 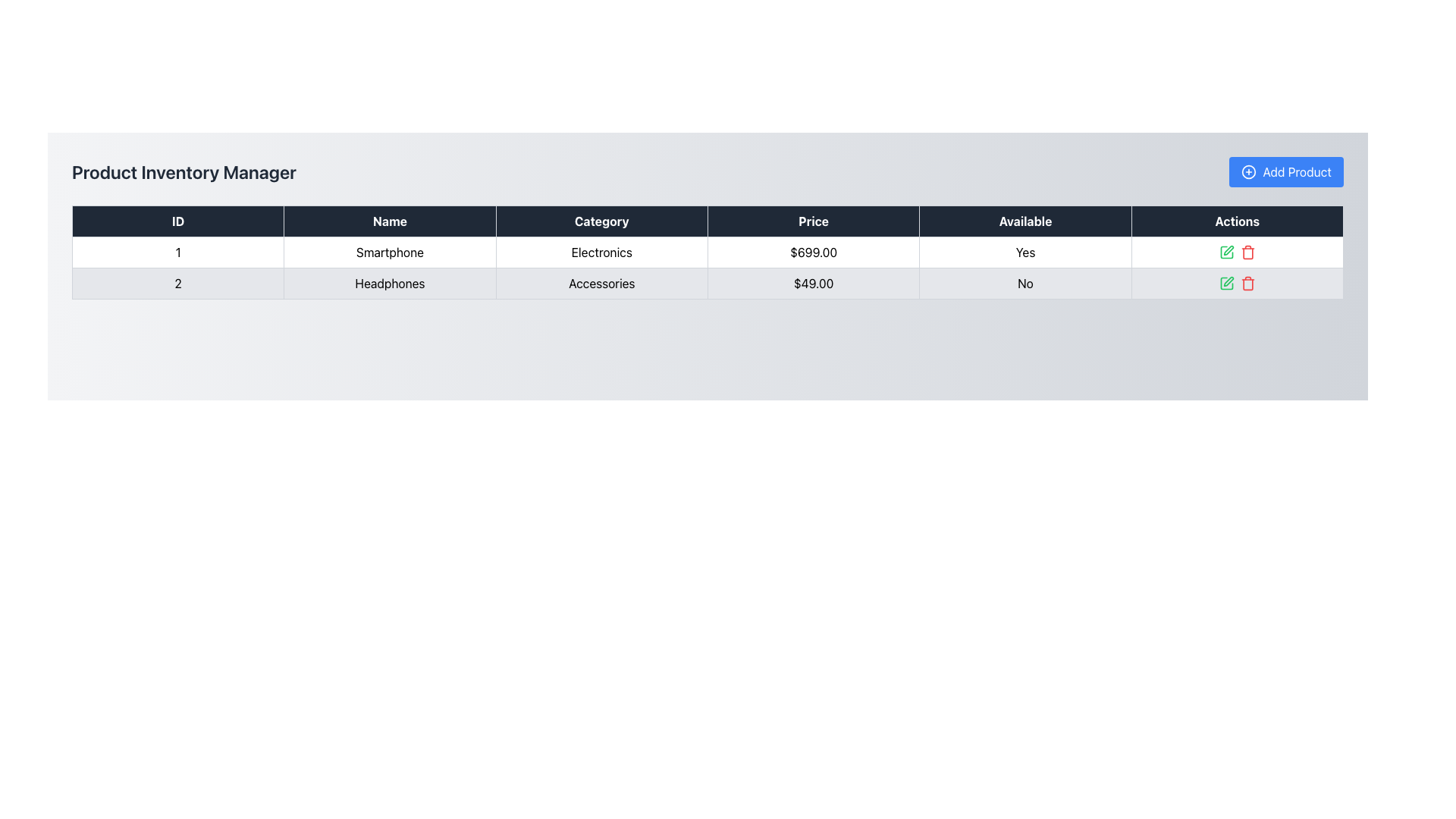 What do you see at coordinates (1226, 251) in the screenshot?
I see `the edit icon located in the 'Actions' column for the second row of the table` at bounding box center [1226, 251].